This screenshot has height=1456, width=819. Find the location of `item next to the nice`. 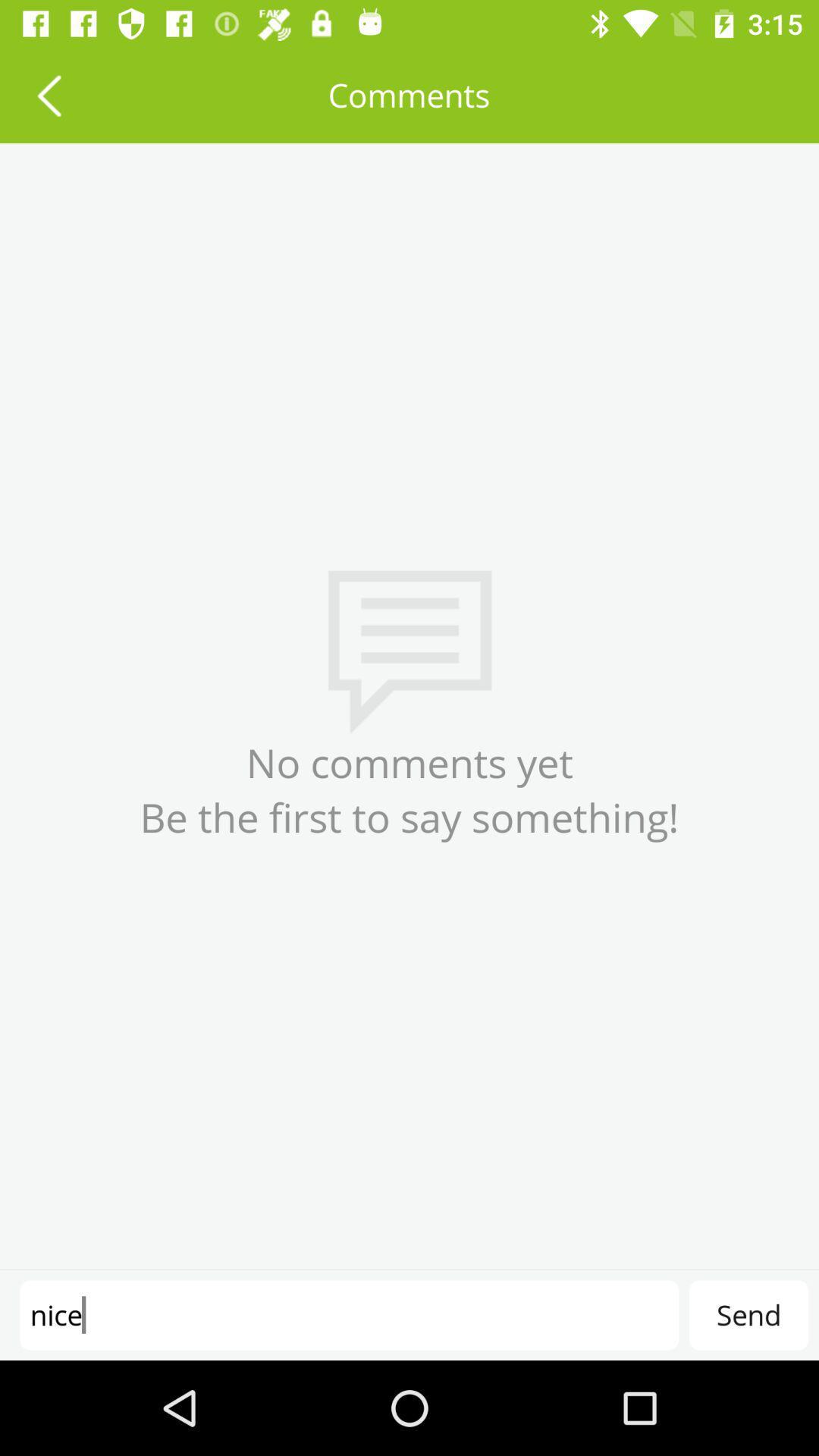

item next to the nice is located at coordinates (748, 1314).